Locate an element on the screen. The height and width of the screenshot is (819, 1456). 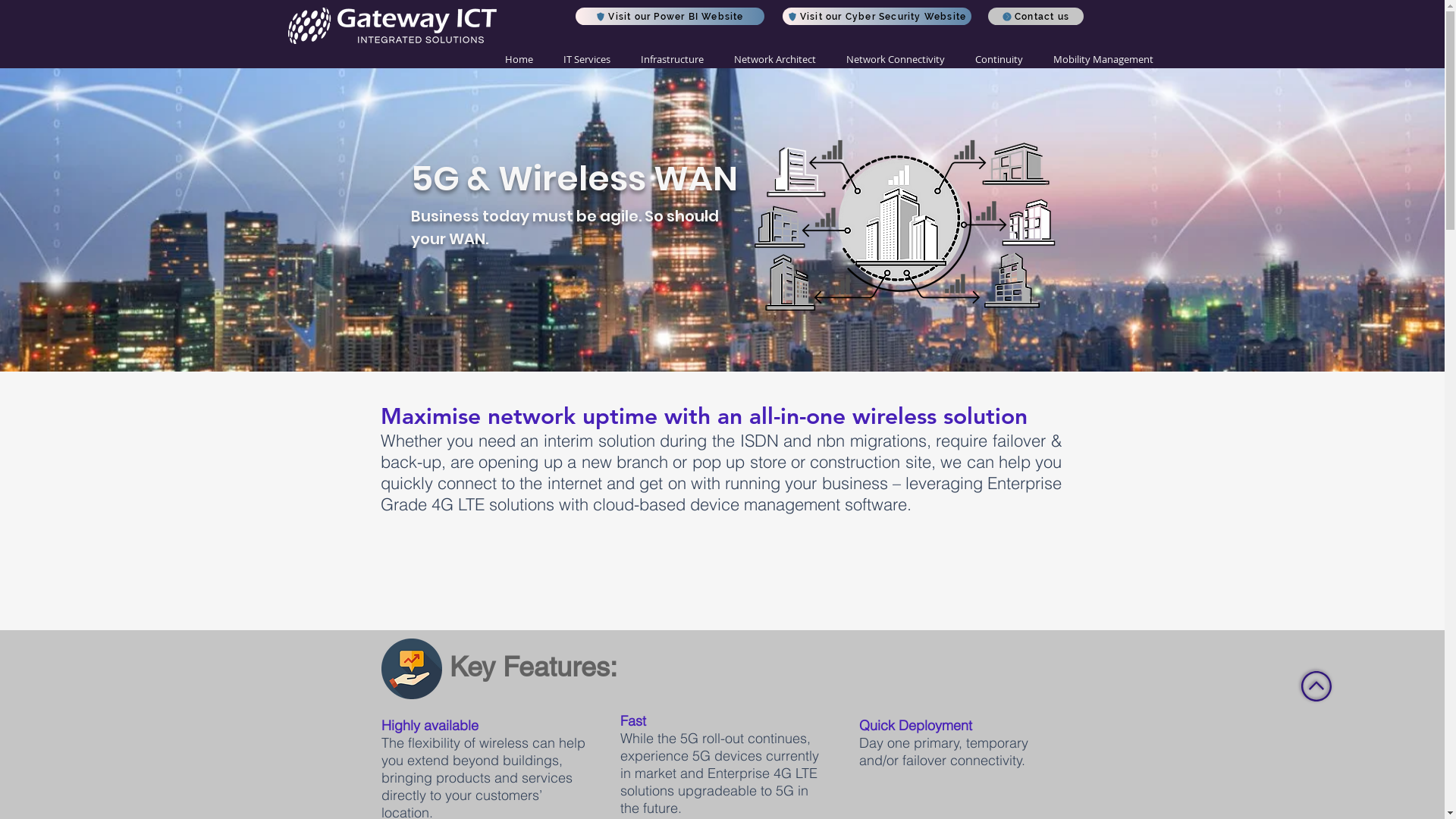
'IT Services' is located at coordinates (585, 58).